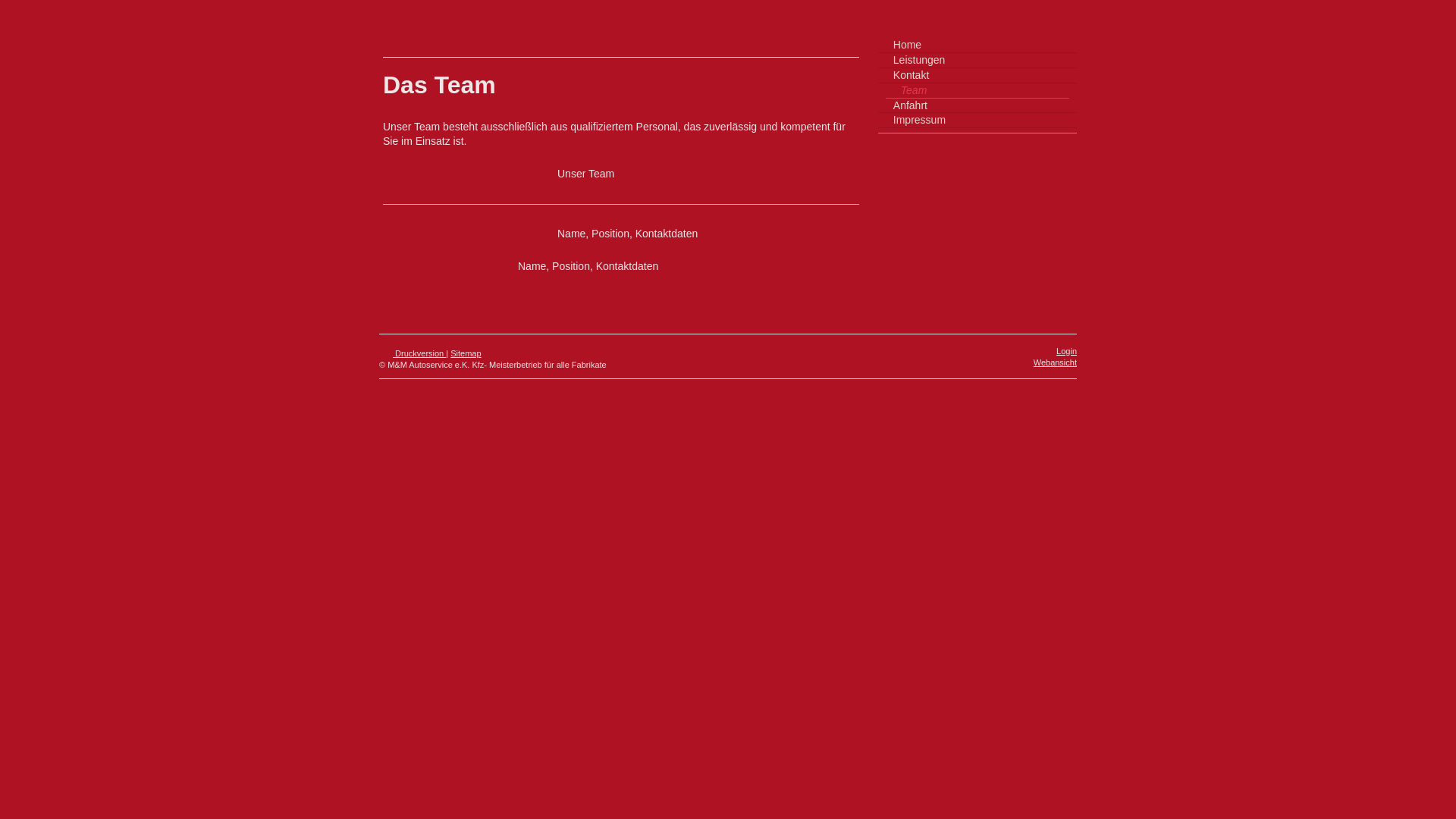 Image resolution: width=1456 pixels, height=819 pixels. I want to click on 'Webansicht', so click(1054, 362).